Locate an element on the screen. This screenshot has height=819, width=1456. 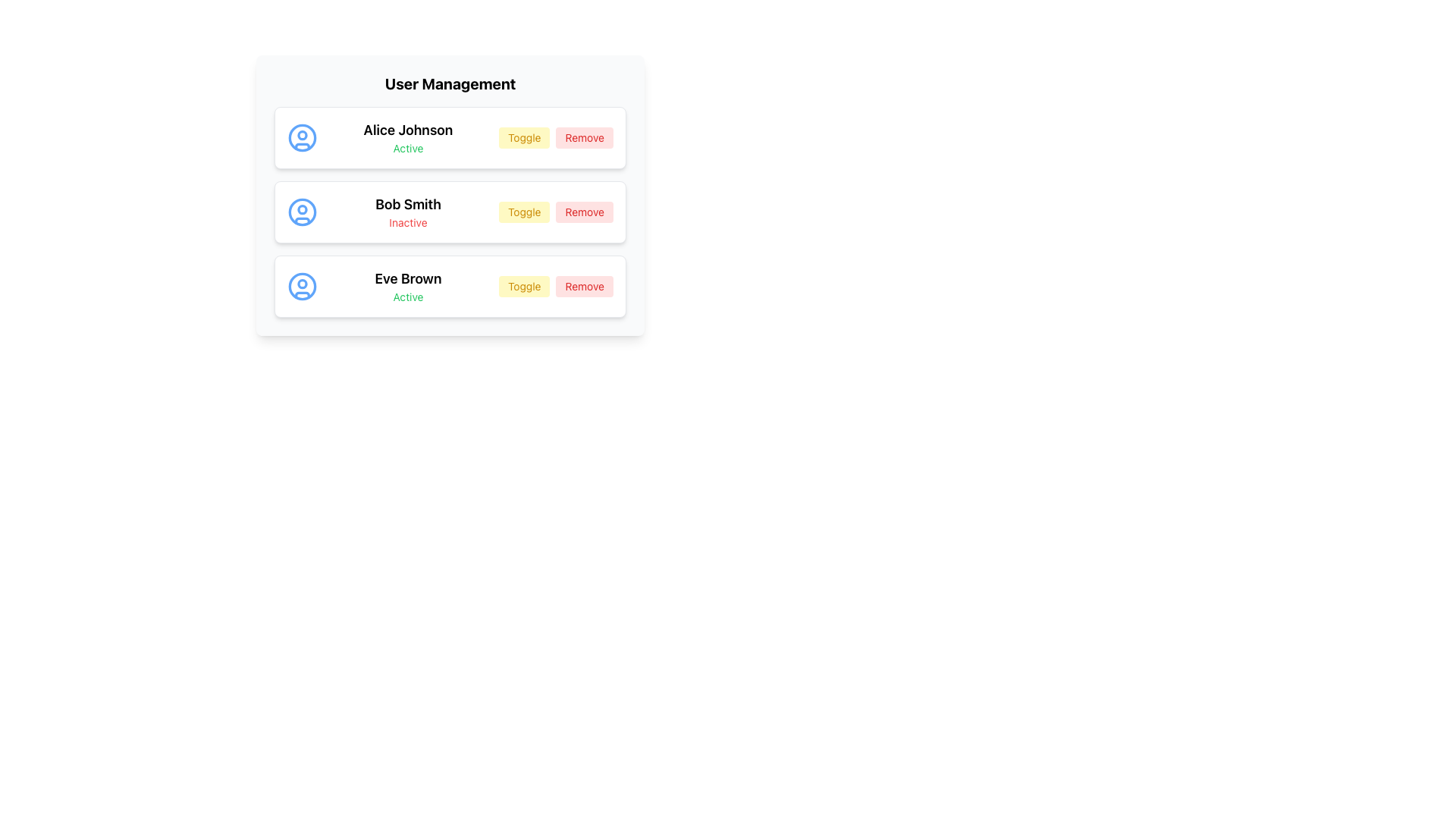
the 'Toggle' button to change the state of user 'Eve Brown' from Active to Inactive or vice versa is located at coordinates (524, 287).